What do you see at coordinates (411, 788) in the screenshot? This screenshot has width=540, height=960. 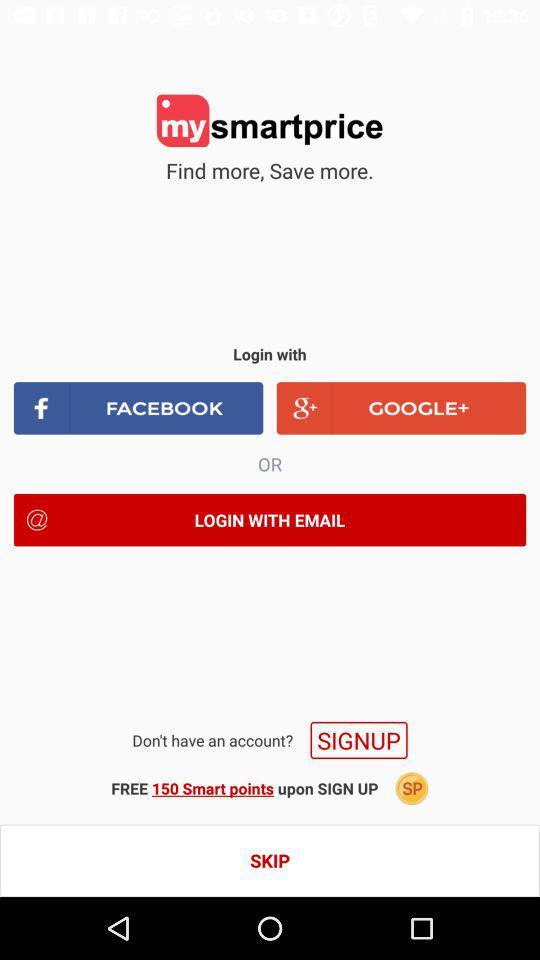 I see `the icon next to free 150 smart` at bounding box center [411, 788].